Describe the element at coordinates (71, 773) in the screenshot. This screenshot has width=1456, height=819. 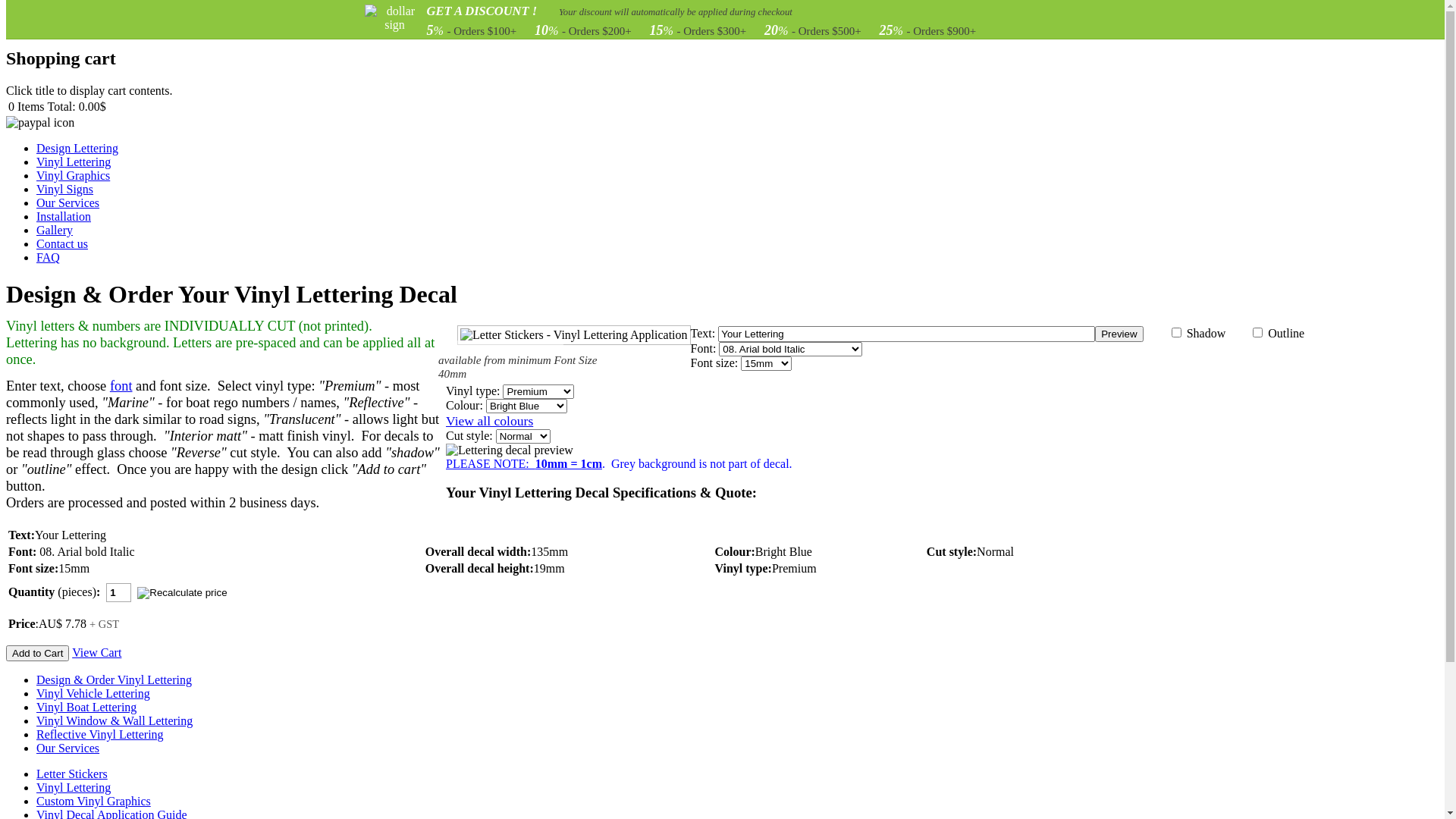
I see `'Letter Stickers'` at that location.